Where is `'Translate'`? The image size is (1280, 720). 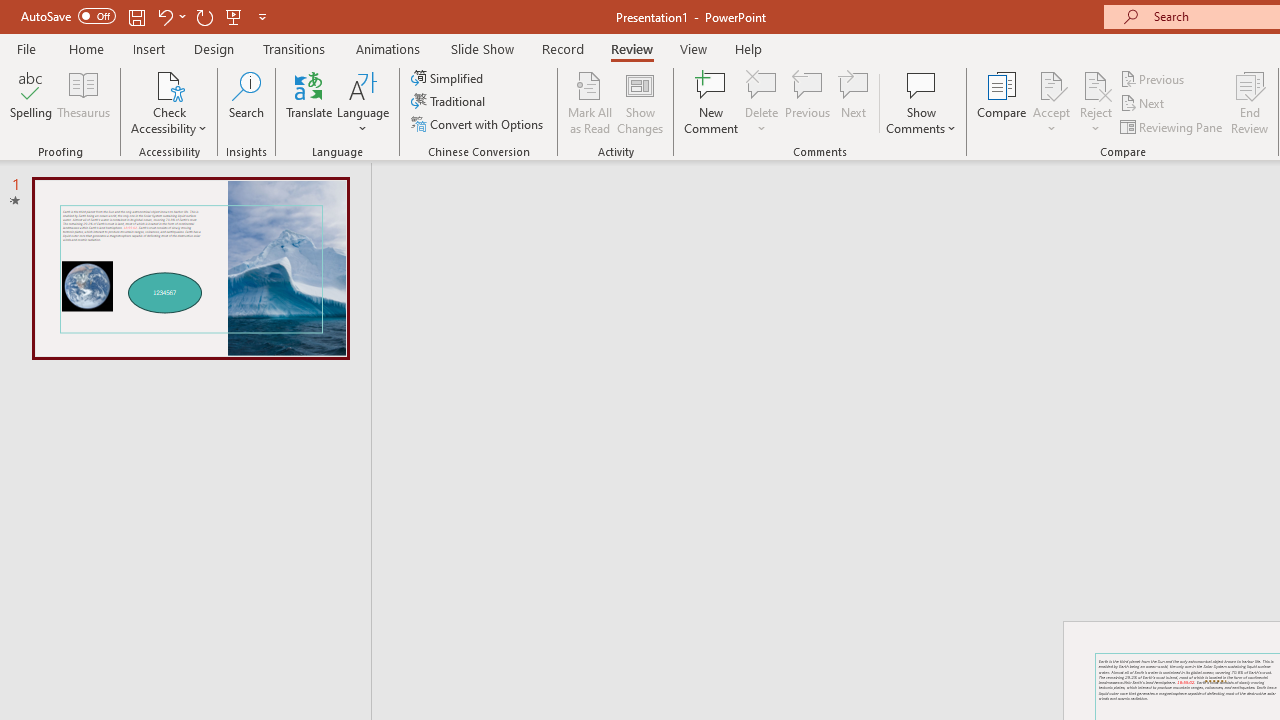
'Translate' is located at coordinates (308, 103).